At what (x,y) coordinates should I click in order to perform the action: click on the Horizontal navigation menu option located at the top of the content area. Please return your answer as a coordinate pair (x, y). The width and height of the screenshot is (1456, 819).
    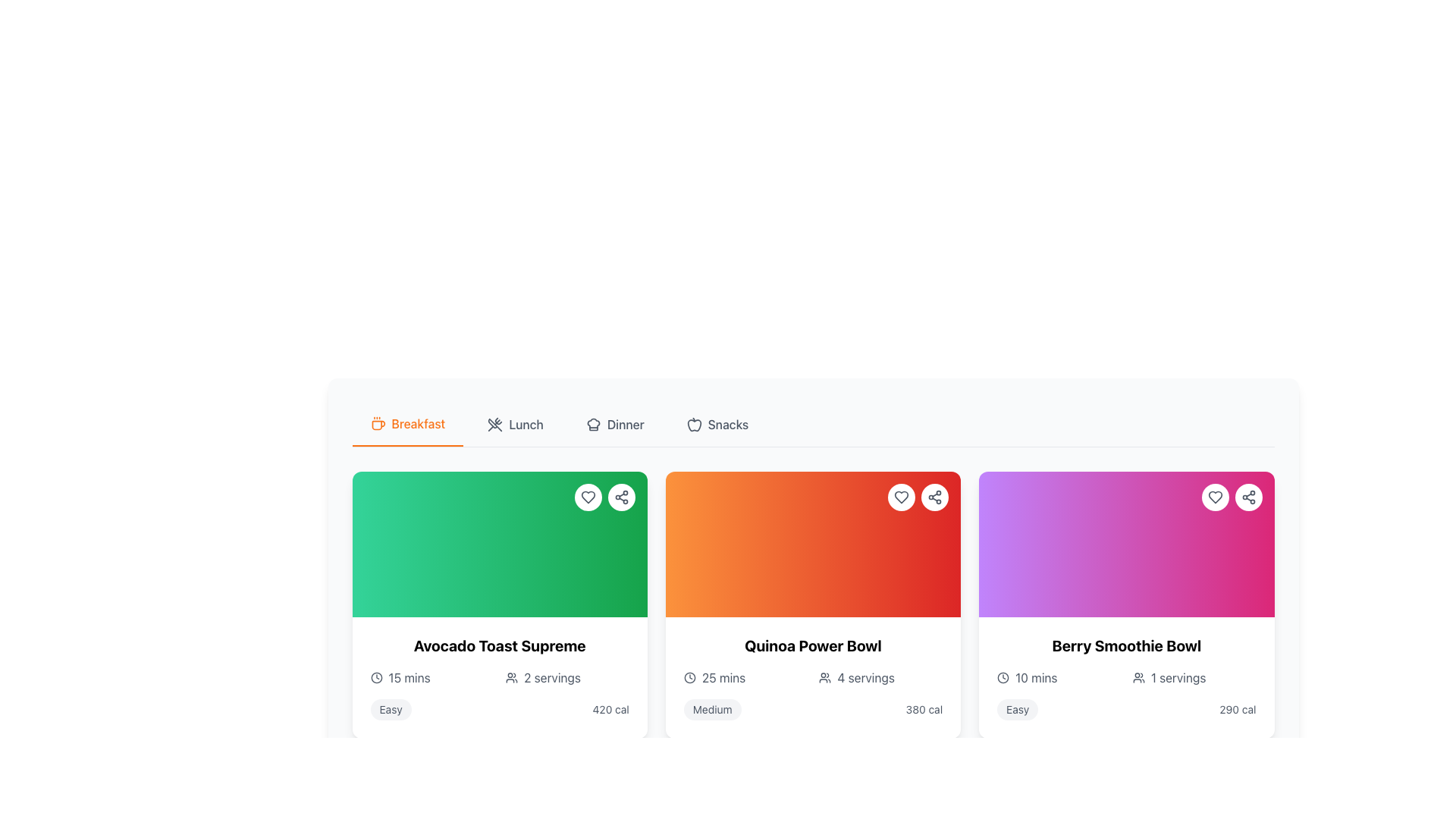
    Looking at the image, I should click on (812, 425).